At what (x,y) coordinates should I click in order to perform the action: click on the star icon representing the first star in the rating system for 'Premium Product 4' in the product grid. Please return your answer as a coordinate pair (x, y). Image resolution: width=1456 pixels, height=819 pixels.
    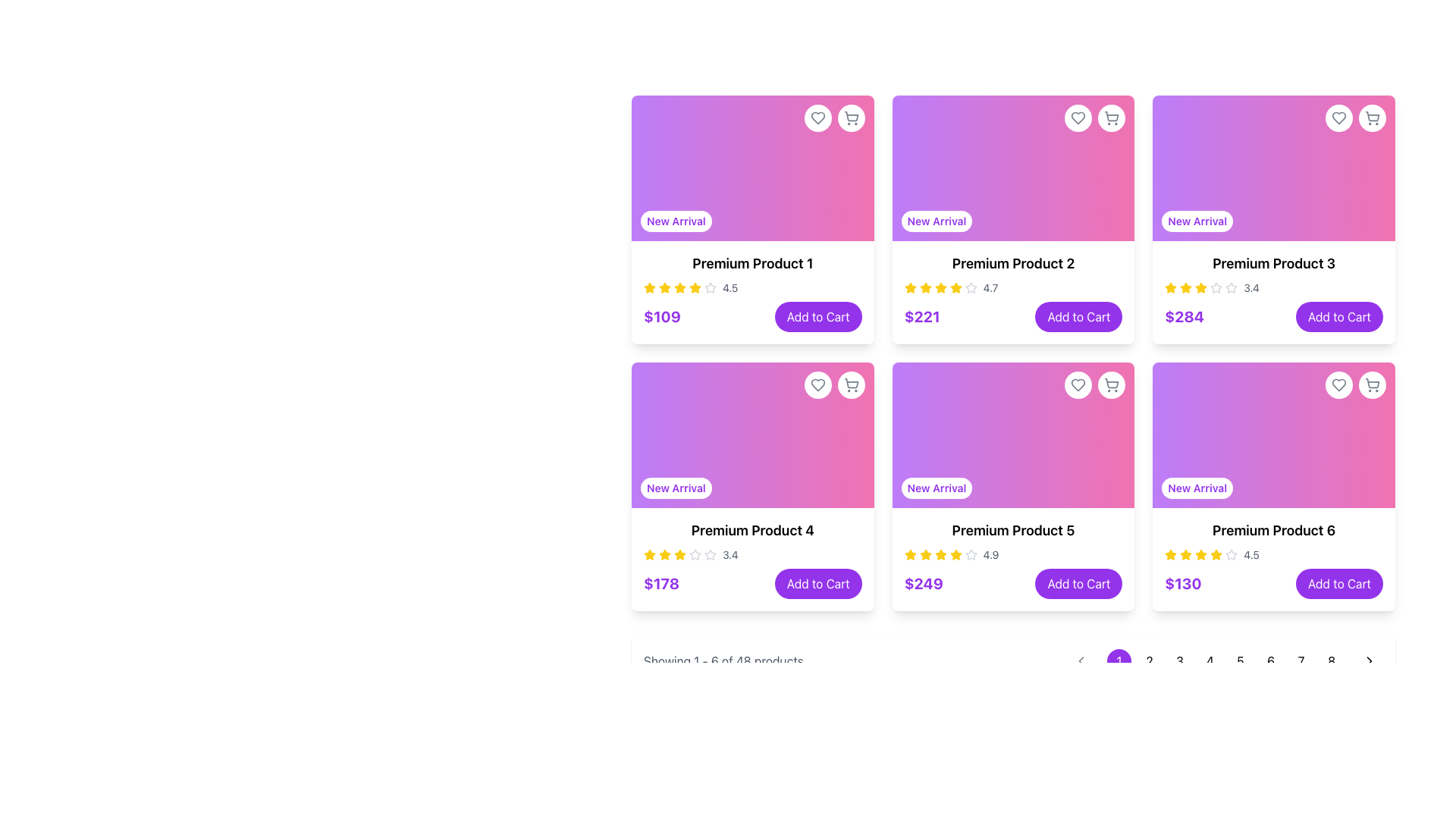
    Looking at the image, I should click on (665, 554).